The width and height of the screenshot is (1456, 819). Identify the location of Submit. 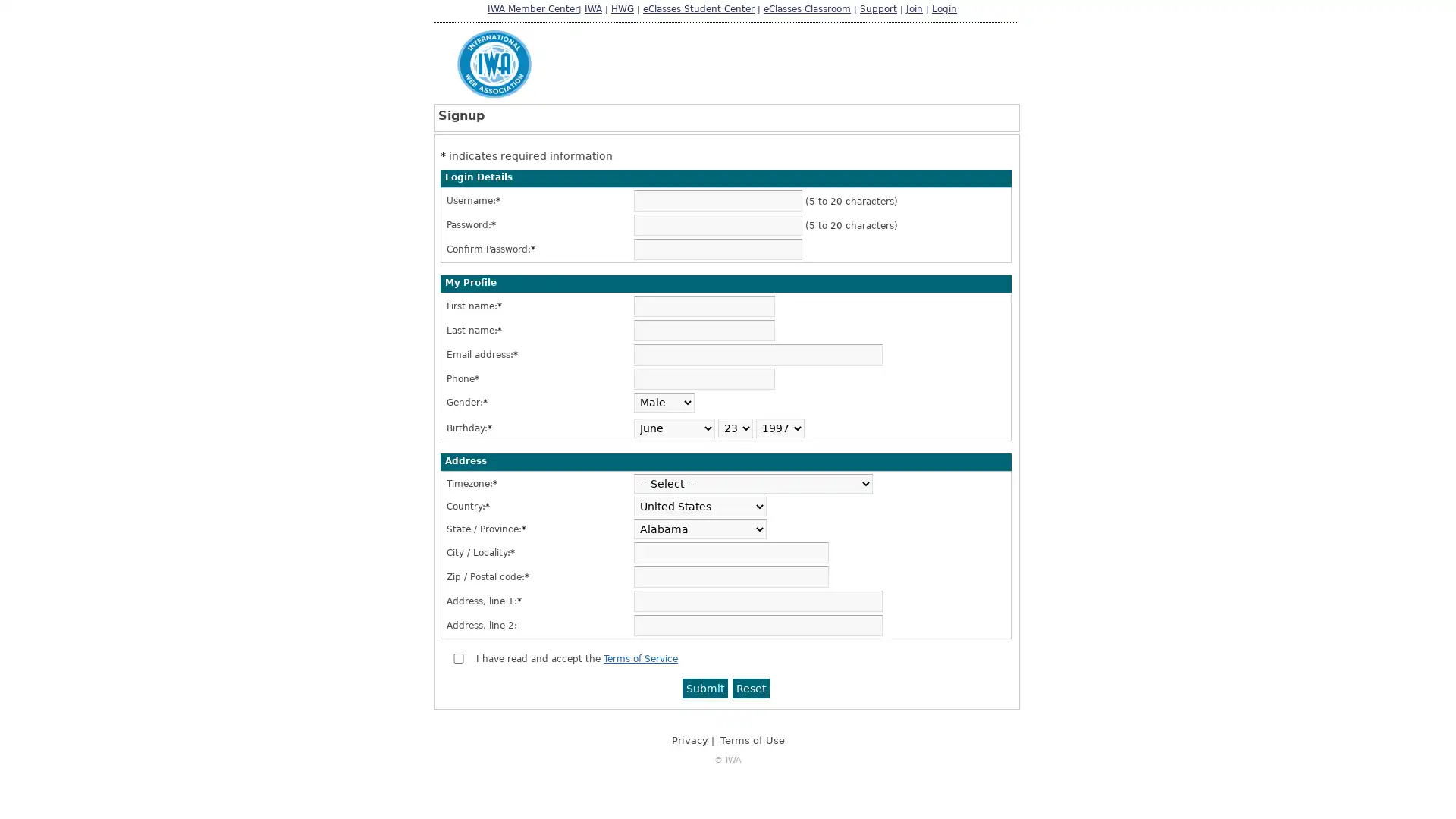
(704, 688).